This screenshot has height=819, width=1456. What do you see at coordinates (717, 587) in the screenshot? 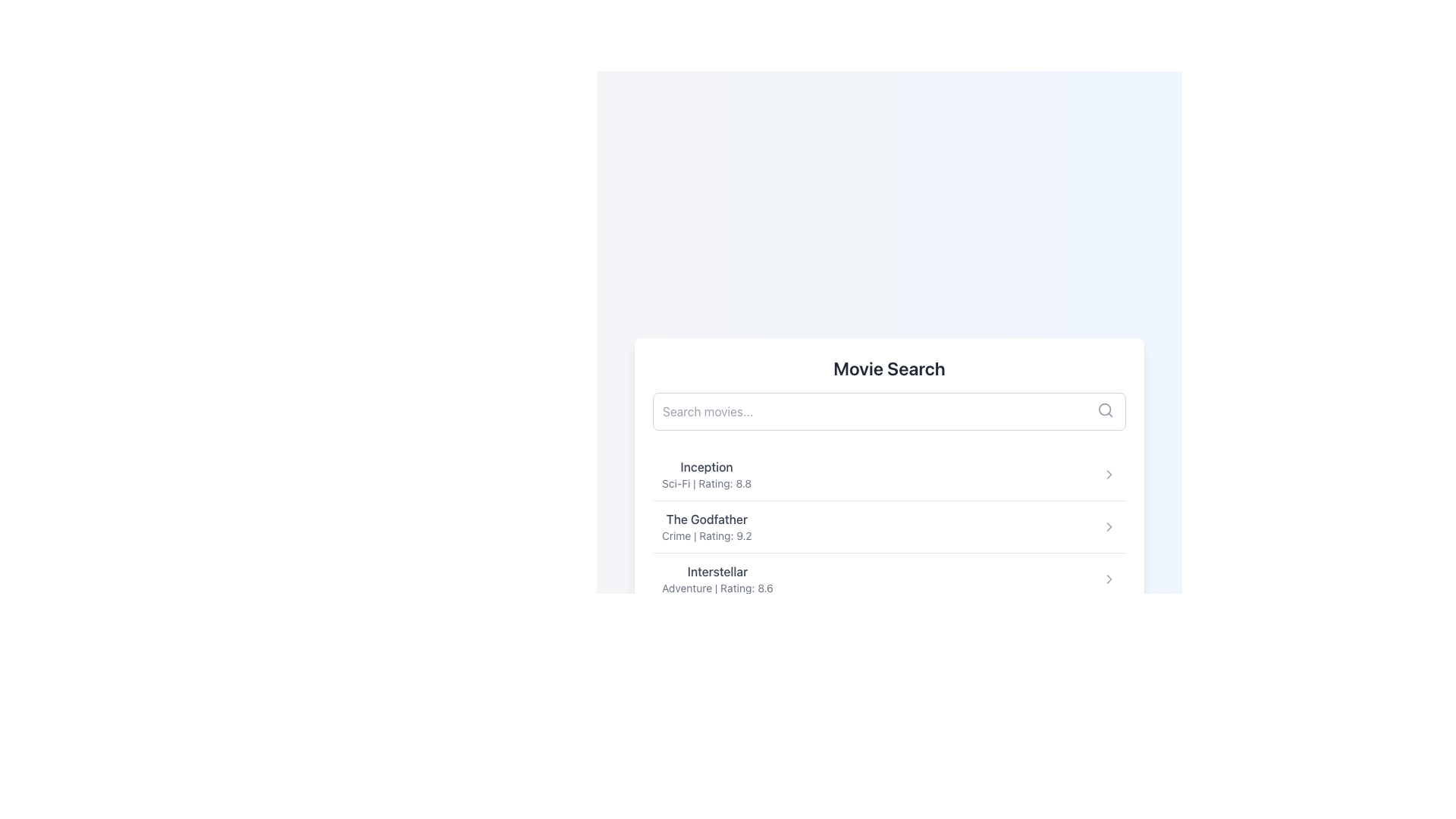
I see `the text label that provides additional details about the movie 'Interstellar', specifying its genre and user rating, located in the lower right section of the movie list` at bounding box center [717, 587].